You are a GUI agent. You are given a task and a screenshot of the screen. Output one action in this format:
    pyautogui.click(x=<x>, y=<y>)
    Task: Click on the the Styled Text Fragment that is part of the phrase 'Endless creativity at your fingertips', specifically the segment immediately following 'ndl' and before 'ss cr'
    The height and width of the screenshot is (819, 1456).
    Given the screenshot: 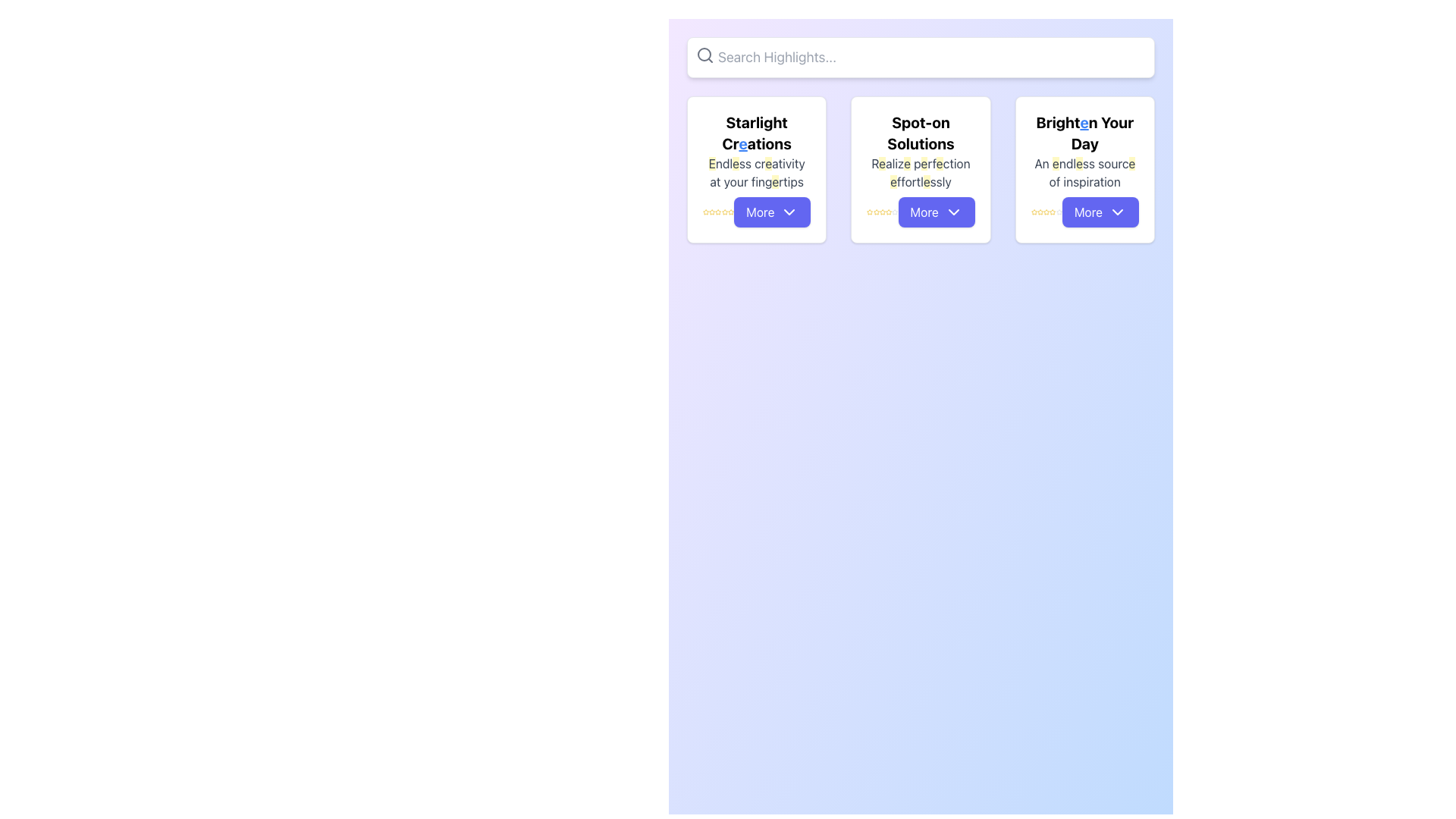 What is the action you would take?
    pyautogui.click(x=736, y=164)
    